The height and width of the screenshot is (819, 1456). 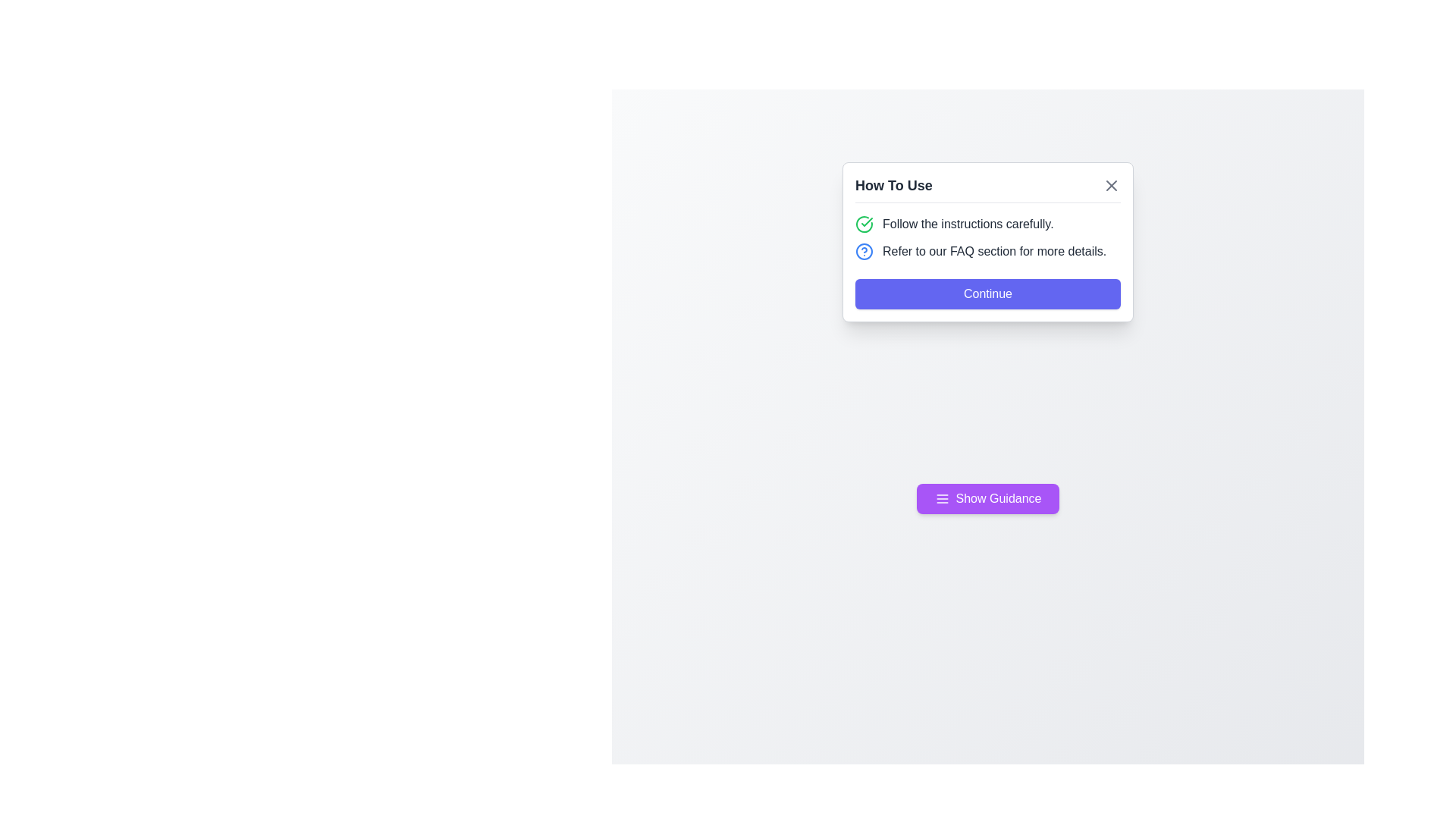 What do you see at coordinates (864, 250) in the screenshot?
I see `the help icon located in the notification box under the title 'How To Use,' positioned to the left of the text 'Refer to our FAQ section for more details.'` at bounding box center [864, 250].